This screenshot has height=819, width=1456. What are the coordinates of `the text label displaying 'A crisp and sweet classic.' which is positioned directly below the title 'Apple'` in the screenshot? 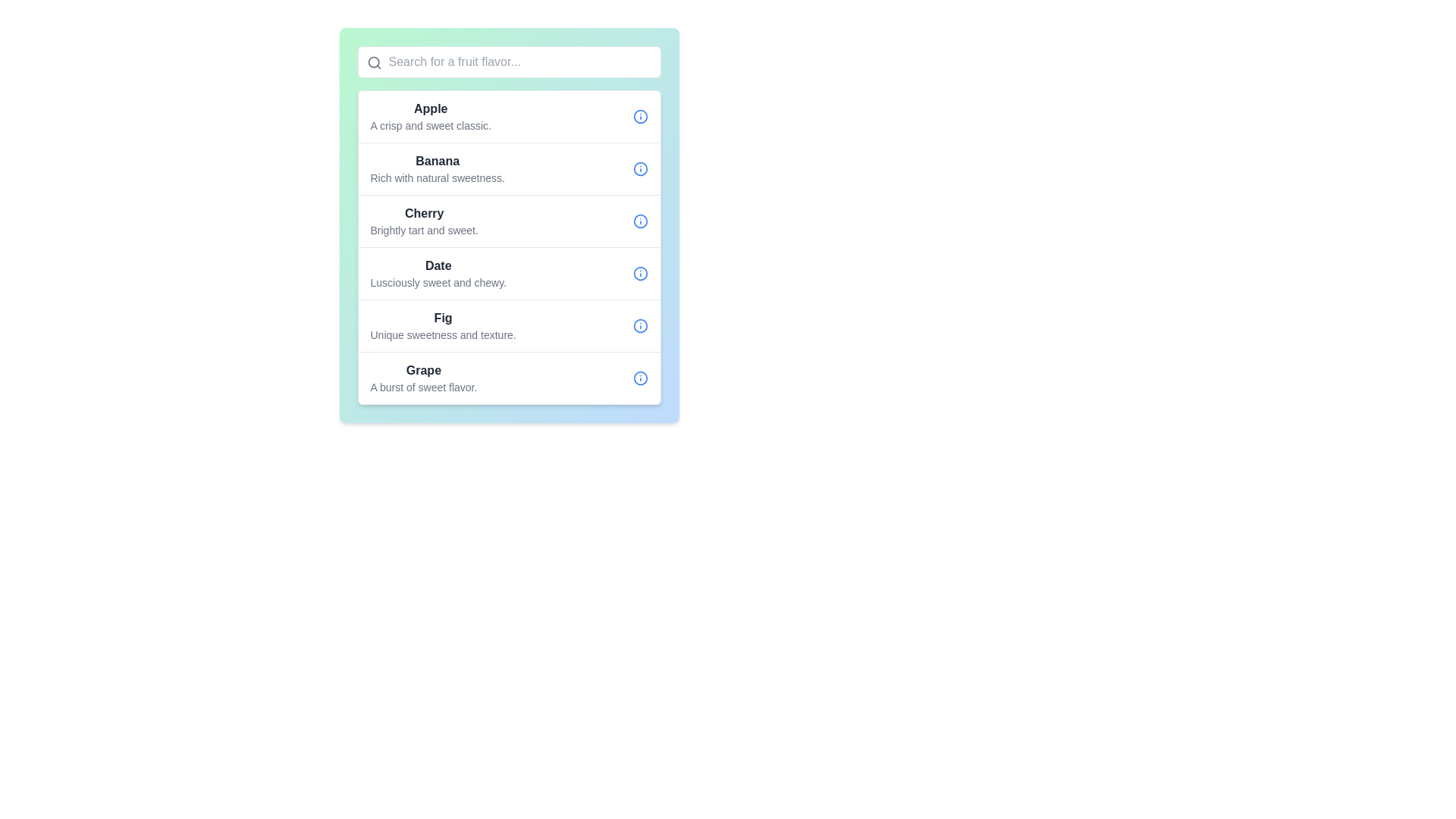 It's located at (430, 124).